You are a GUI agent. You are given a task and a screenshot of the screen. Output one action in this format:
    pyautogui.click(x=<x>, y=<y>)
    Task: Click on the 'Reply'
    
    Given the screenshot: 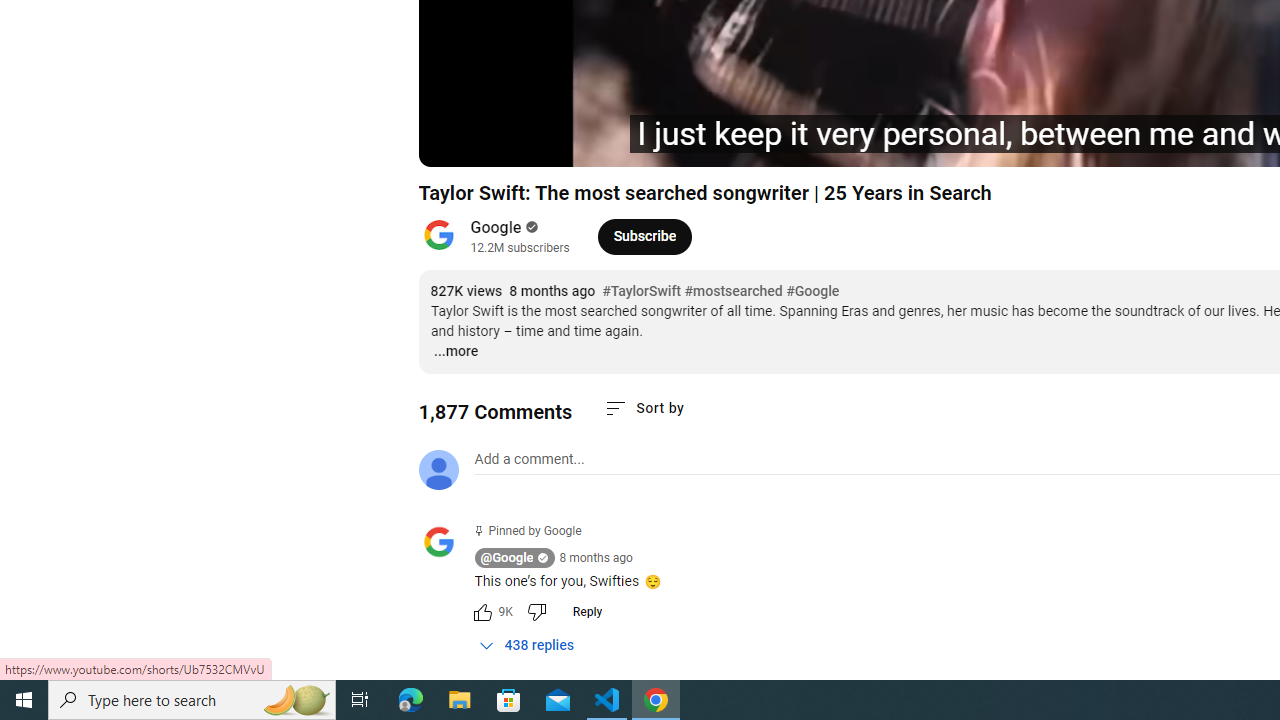 What is the action you would take?
    pyautogui.click(x=586, y=611)
    